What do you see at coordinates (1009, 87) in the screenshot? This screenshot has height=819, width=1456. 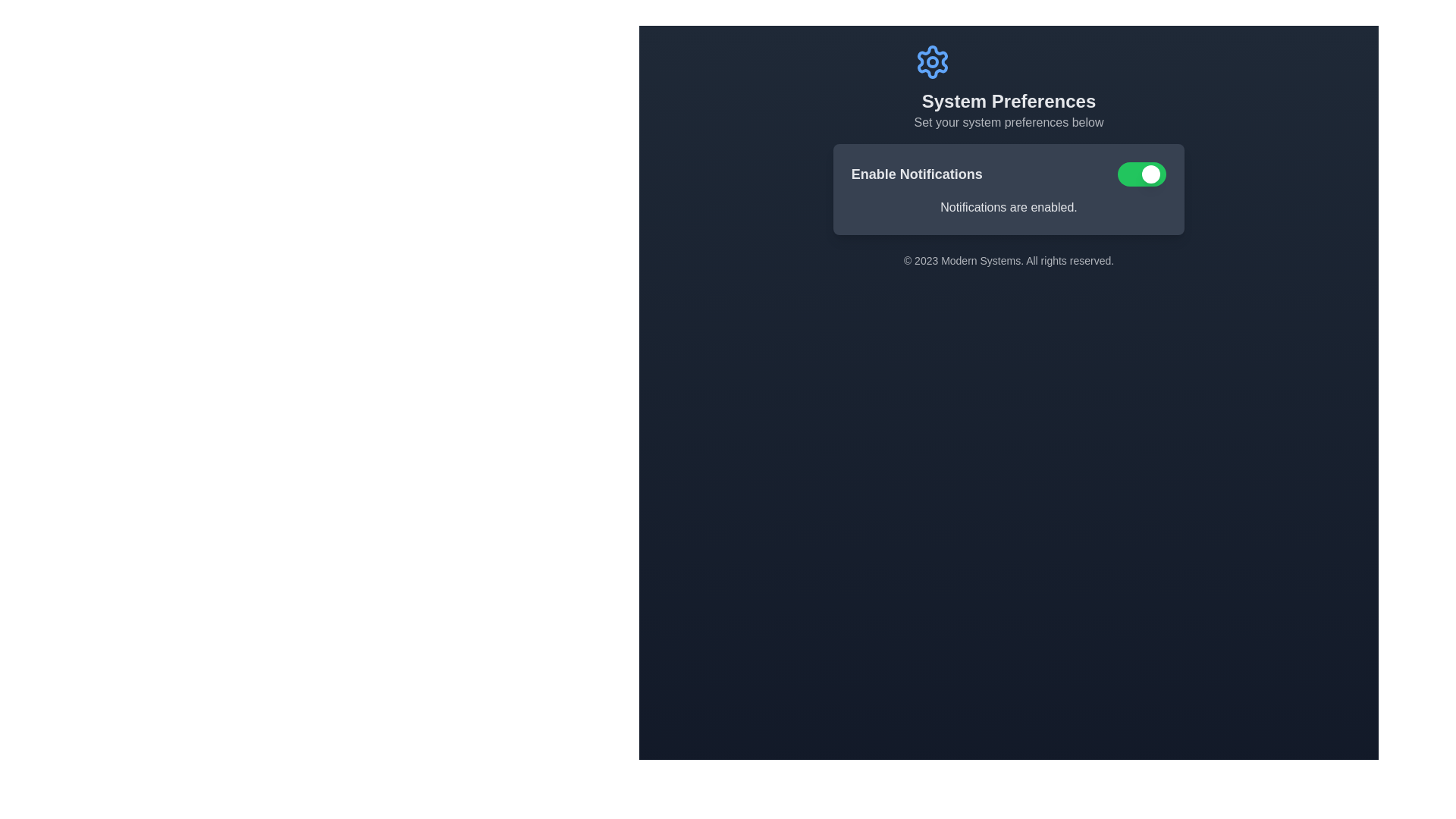 I see `title 'System Preferences' and subtitle 'Set your system preferences below' from the header element, which is visually represented with an icon at the top and is centrally aligned against a dark background` at bounding box center [1009, 87].